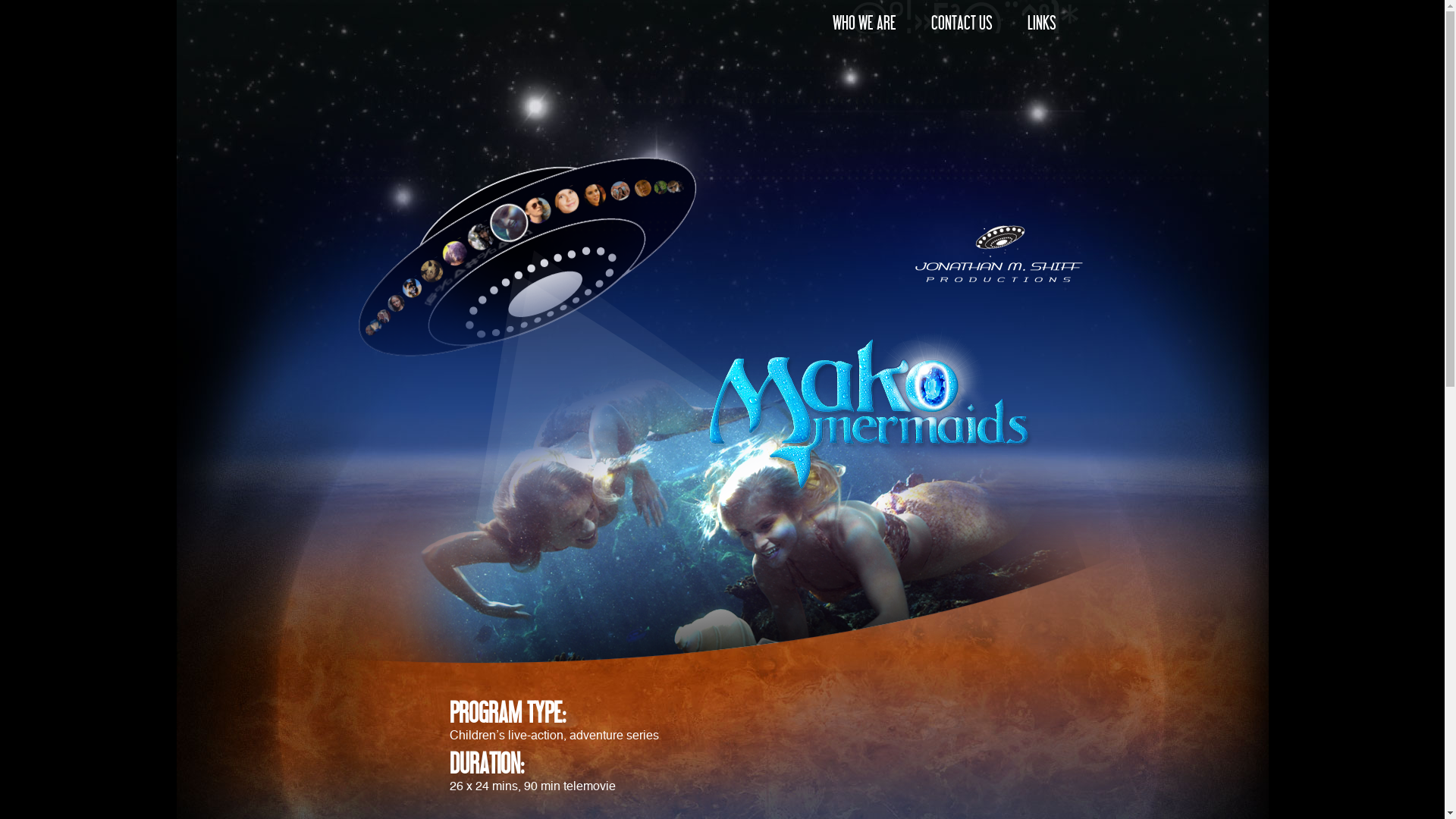 The width and height of the screenshot is (1456, 819). Describe the element at coordinates (589, 194) in the screenshot. I see `'Elephant Princess'` at that location.